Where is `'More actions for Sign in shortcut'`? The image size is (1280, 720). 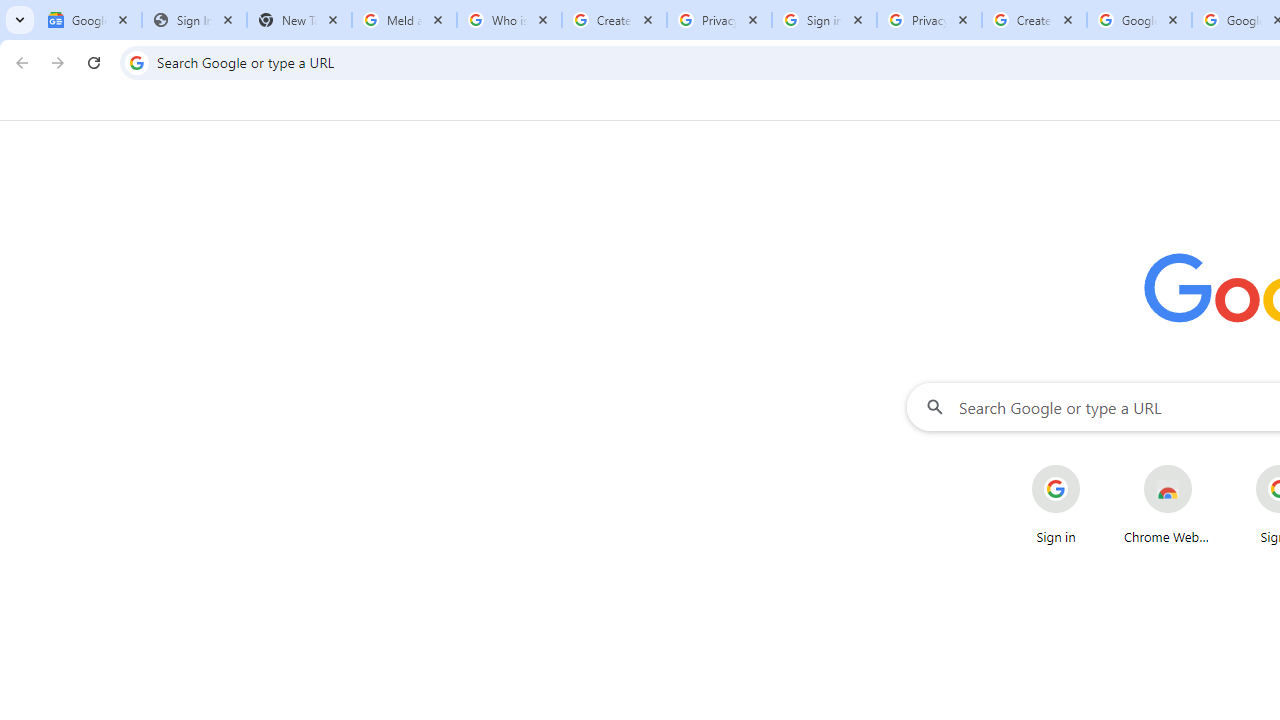 'More actions for Sign in shortcut' is located at coordinates (1094, 466).